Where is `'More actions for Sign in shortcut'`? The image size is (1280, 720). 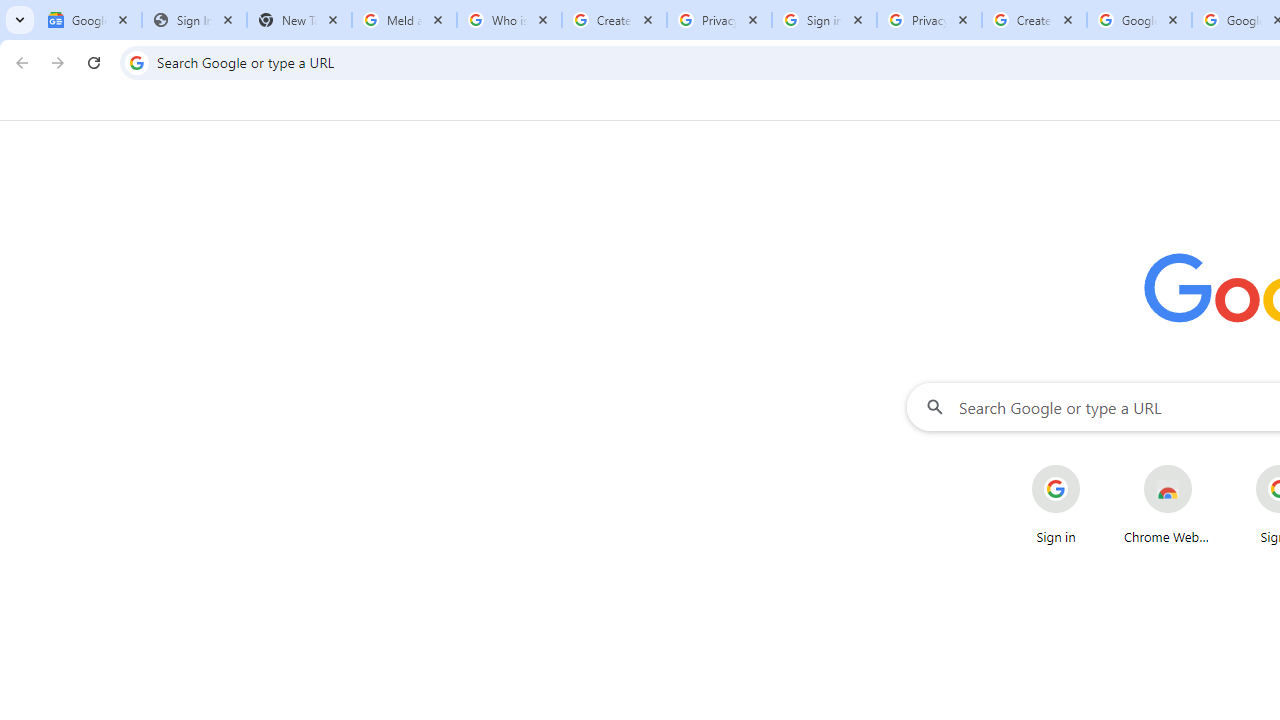 'More actions for Sign in shortcut' is located at coordinates (1094, 466).